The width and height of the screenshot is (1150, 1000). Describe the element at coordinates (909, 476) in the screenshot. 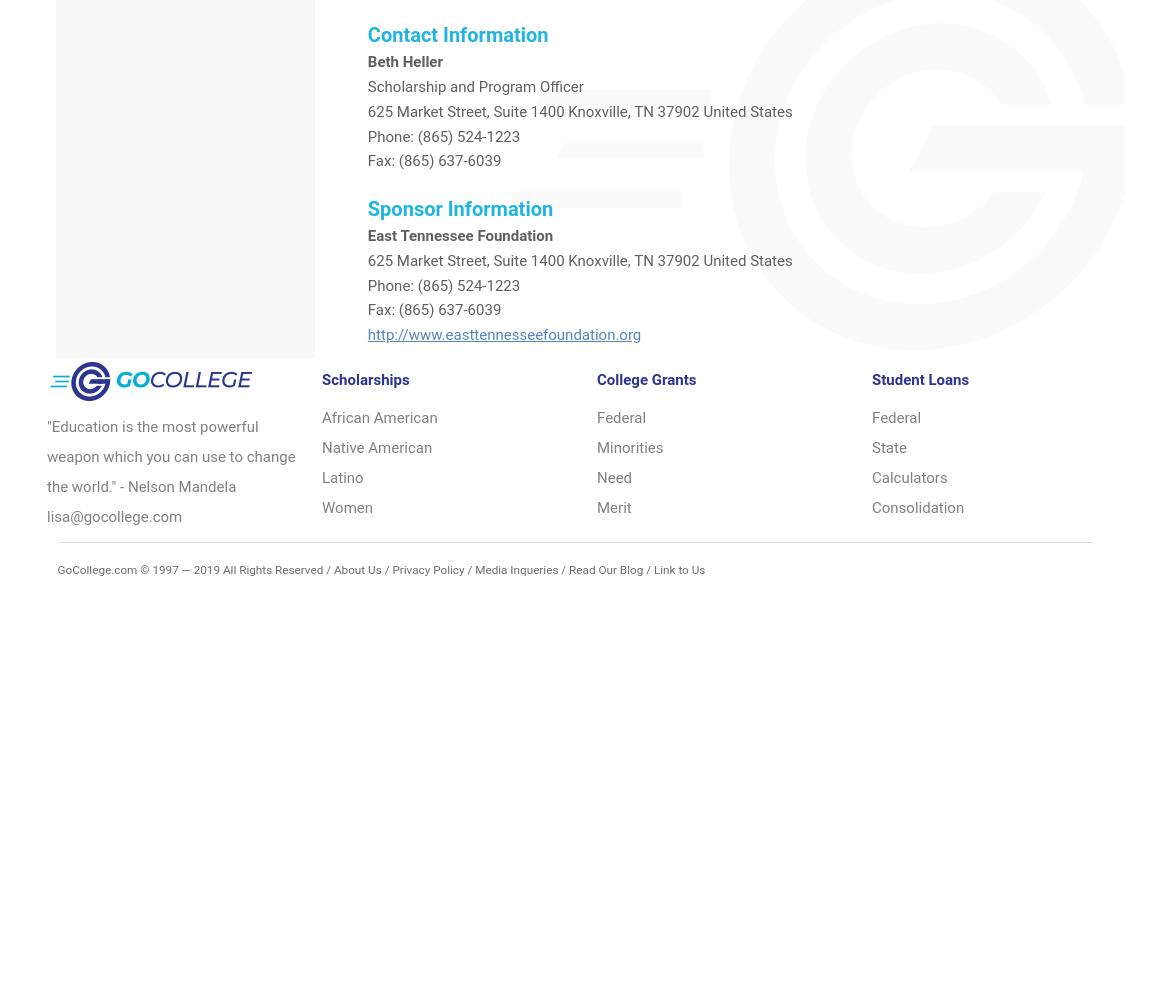

I see `'Calculators'` at that location.